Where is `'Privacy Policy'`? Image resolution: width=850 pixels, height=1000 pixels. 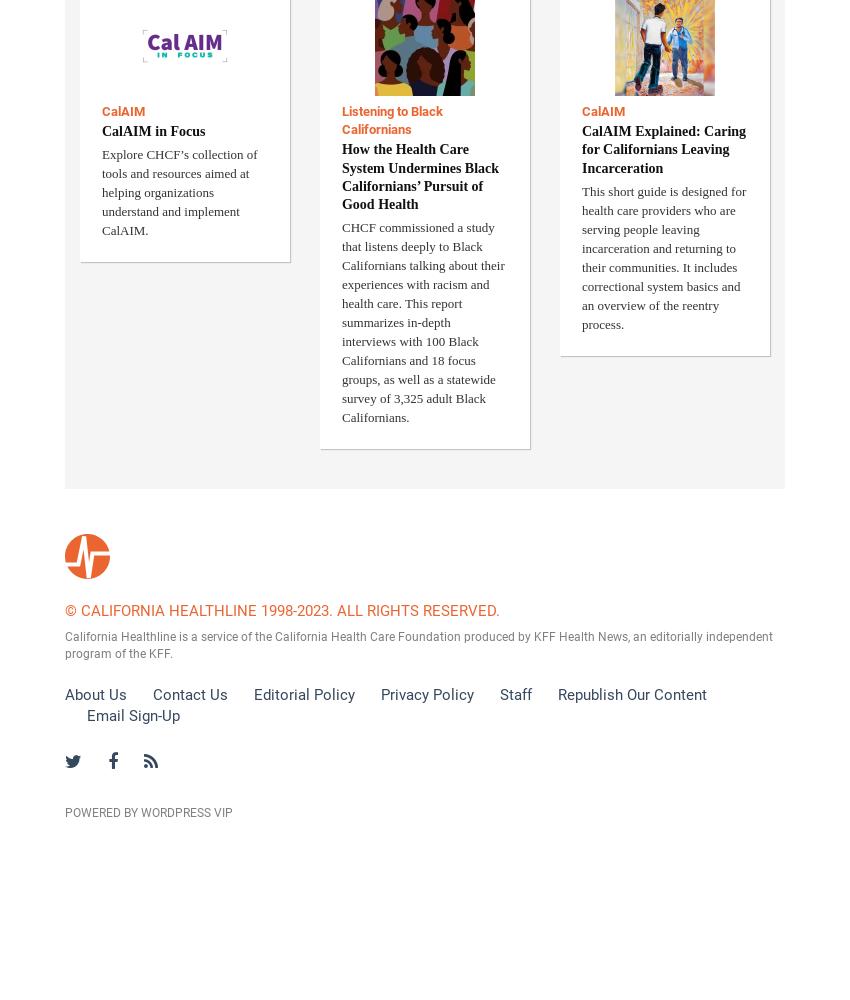 'Privacy Policy' is located at coordinates (379, 693).